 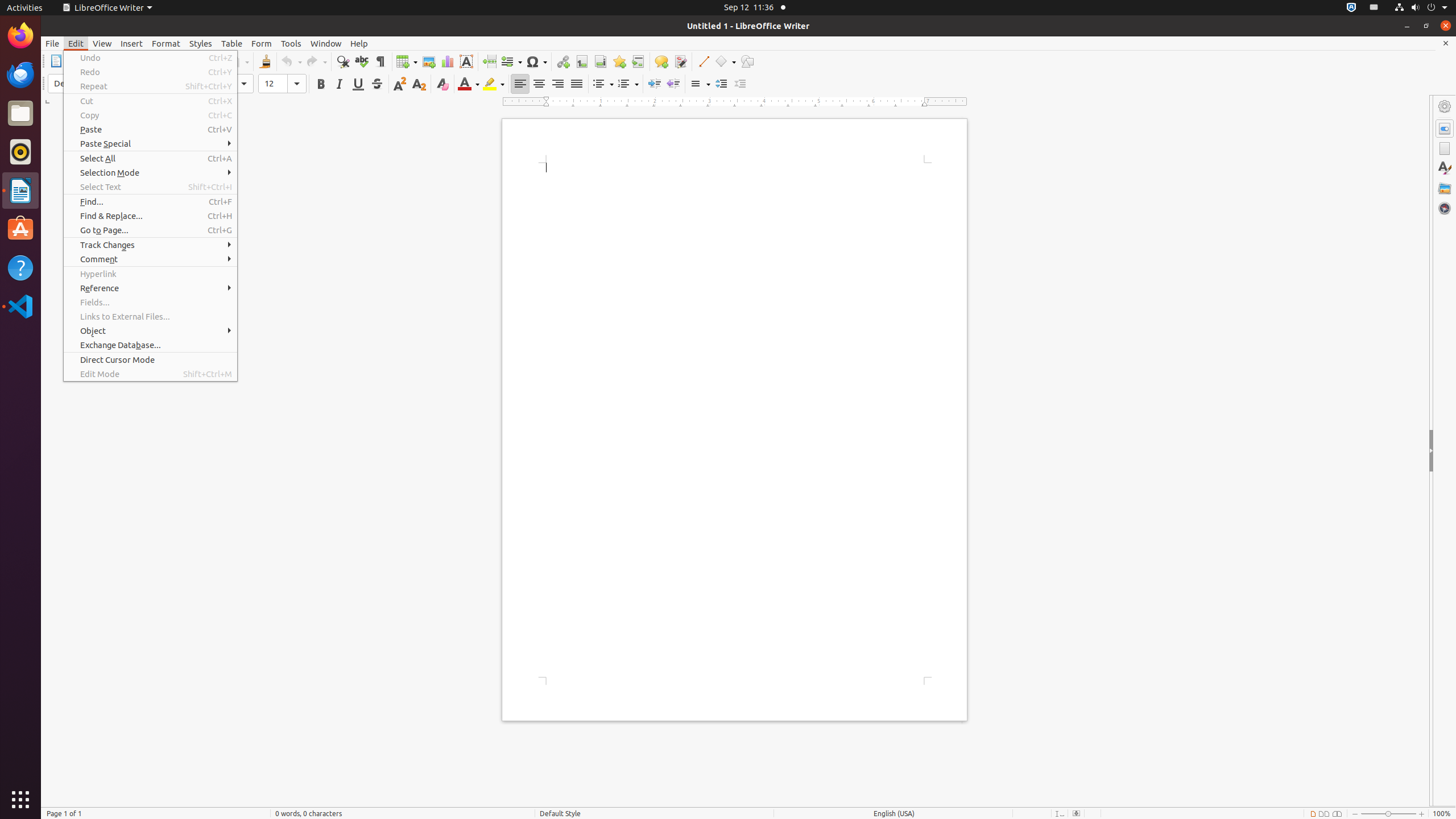 I want to click on 'Copy', so click(x=150, y=115).